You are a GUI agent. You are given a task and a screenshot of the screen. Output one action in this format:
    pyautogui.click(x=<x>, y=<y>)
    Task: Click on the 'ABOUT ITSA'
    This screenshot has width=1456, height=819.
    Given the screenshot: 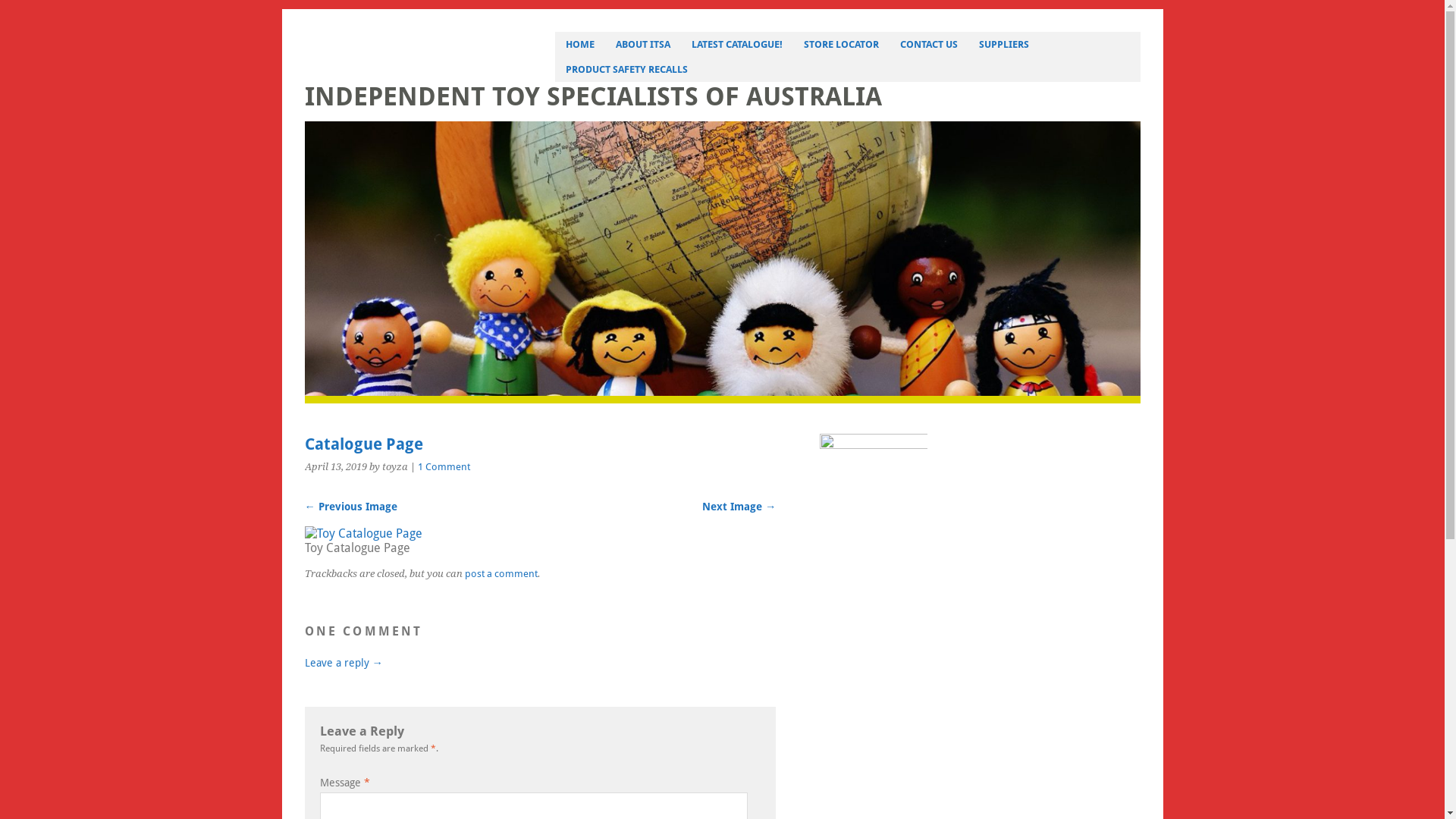 What is the action you would take?
    pyautogui.click(x=643, y=43)
    